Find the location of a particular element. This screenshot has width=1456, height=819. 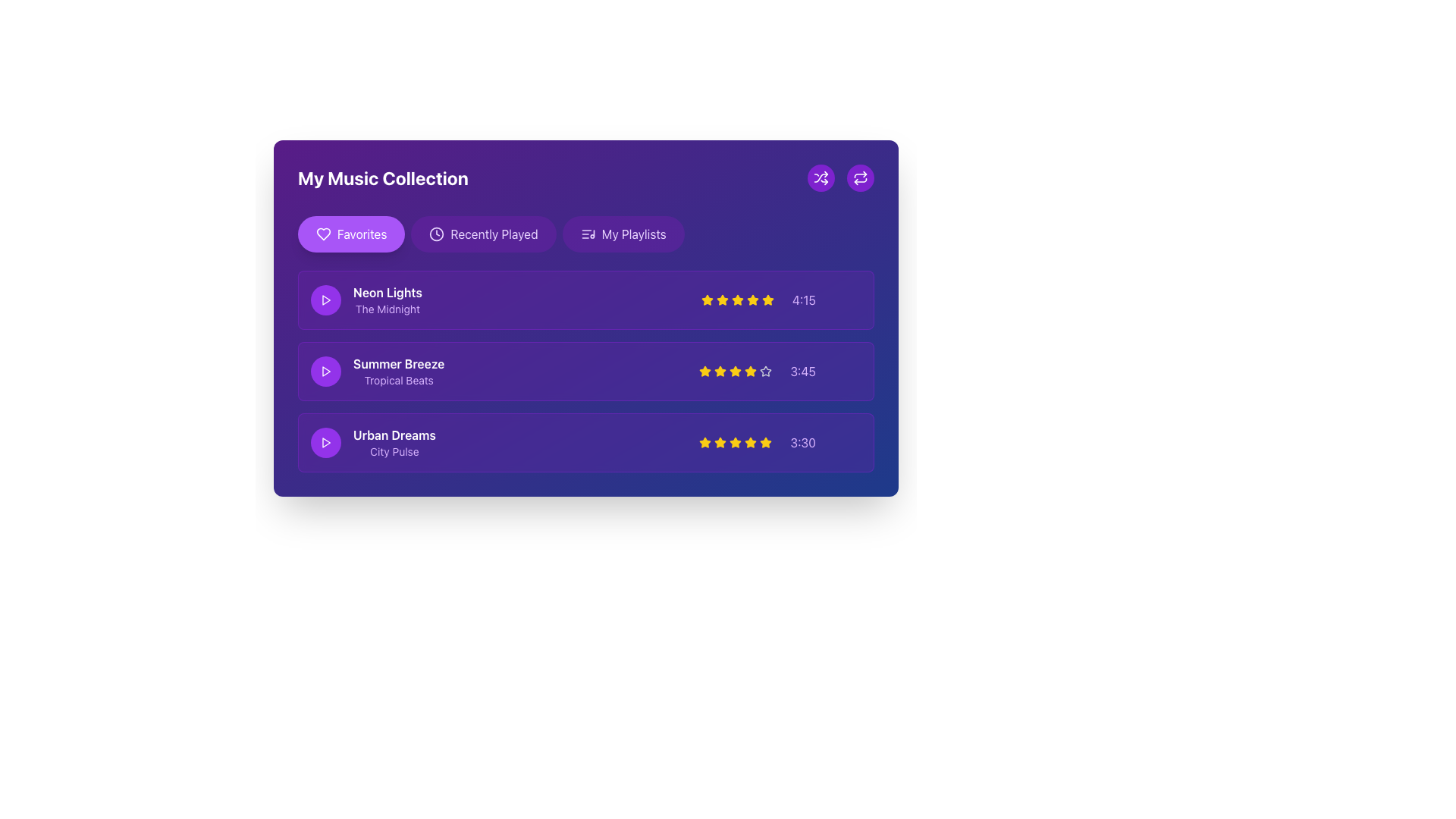

the circular button with a purple background and a white refresh icon, which is located at the top right section of the interface, immediately to the right of the shuffle icon button is located at coordinates (860, 177).